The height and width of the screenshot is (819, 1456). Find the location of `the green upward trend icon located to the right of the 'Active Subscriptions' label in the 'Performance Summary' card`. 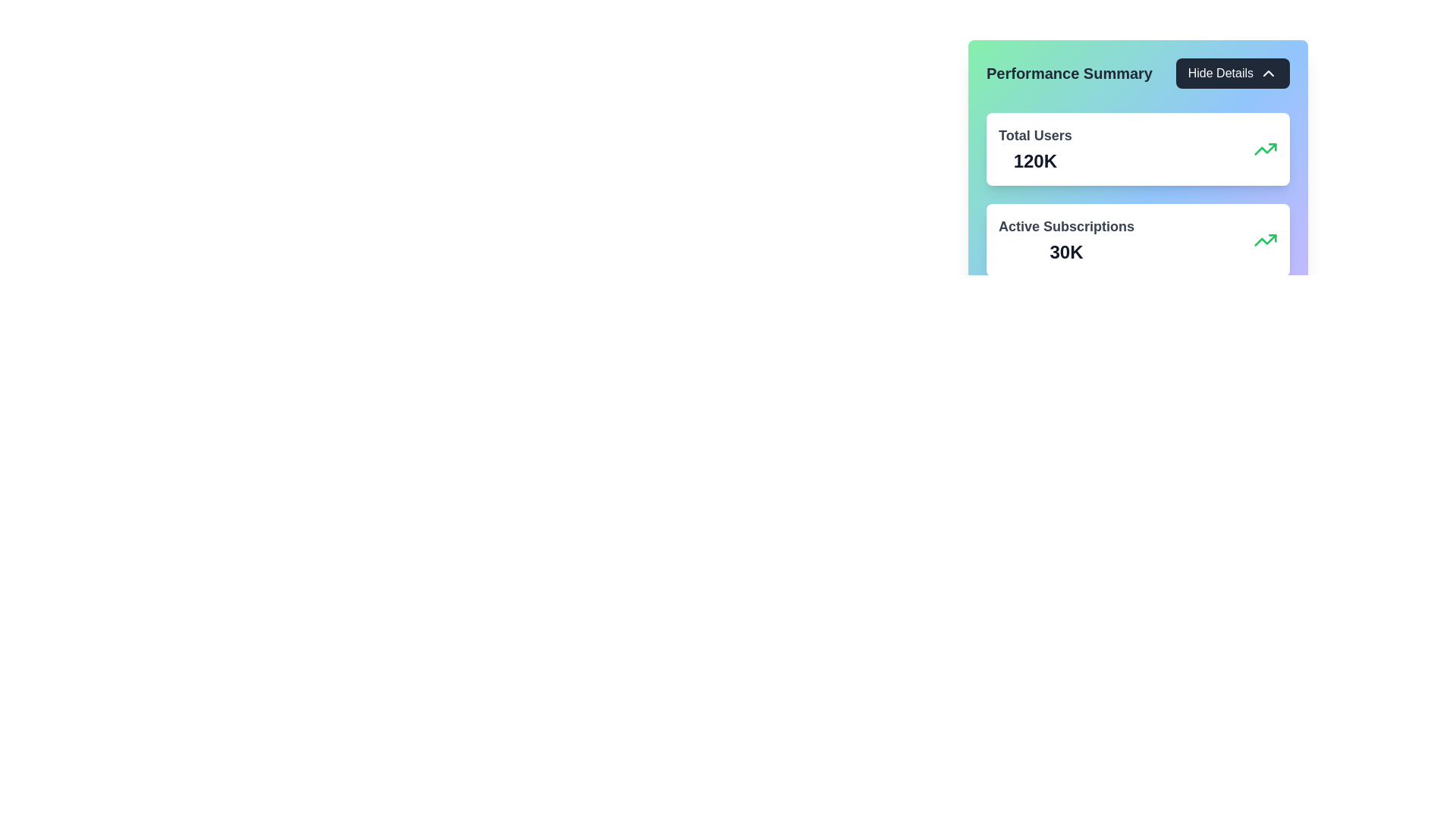

the green upward trend icon located to the right of the 'Active Subscriptions' label in the 'Performance Summary' card is located at coordinates (1266, 149).